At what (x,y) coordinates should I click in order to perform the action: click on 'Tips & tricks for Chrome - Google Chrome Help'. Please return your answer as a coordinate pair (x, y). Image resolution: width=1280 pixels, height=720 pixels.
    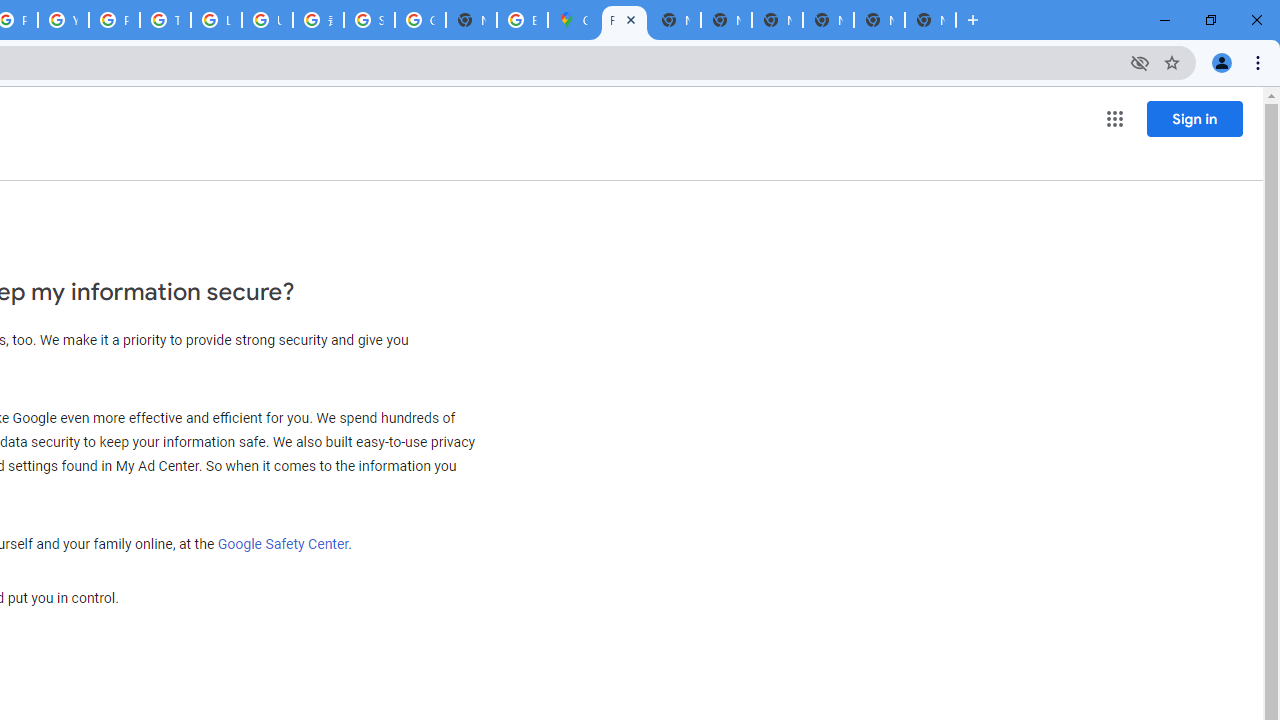
    Looking at the image, I should click on (165, 20).